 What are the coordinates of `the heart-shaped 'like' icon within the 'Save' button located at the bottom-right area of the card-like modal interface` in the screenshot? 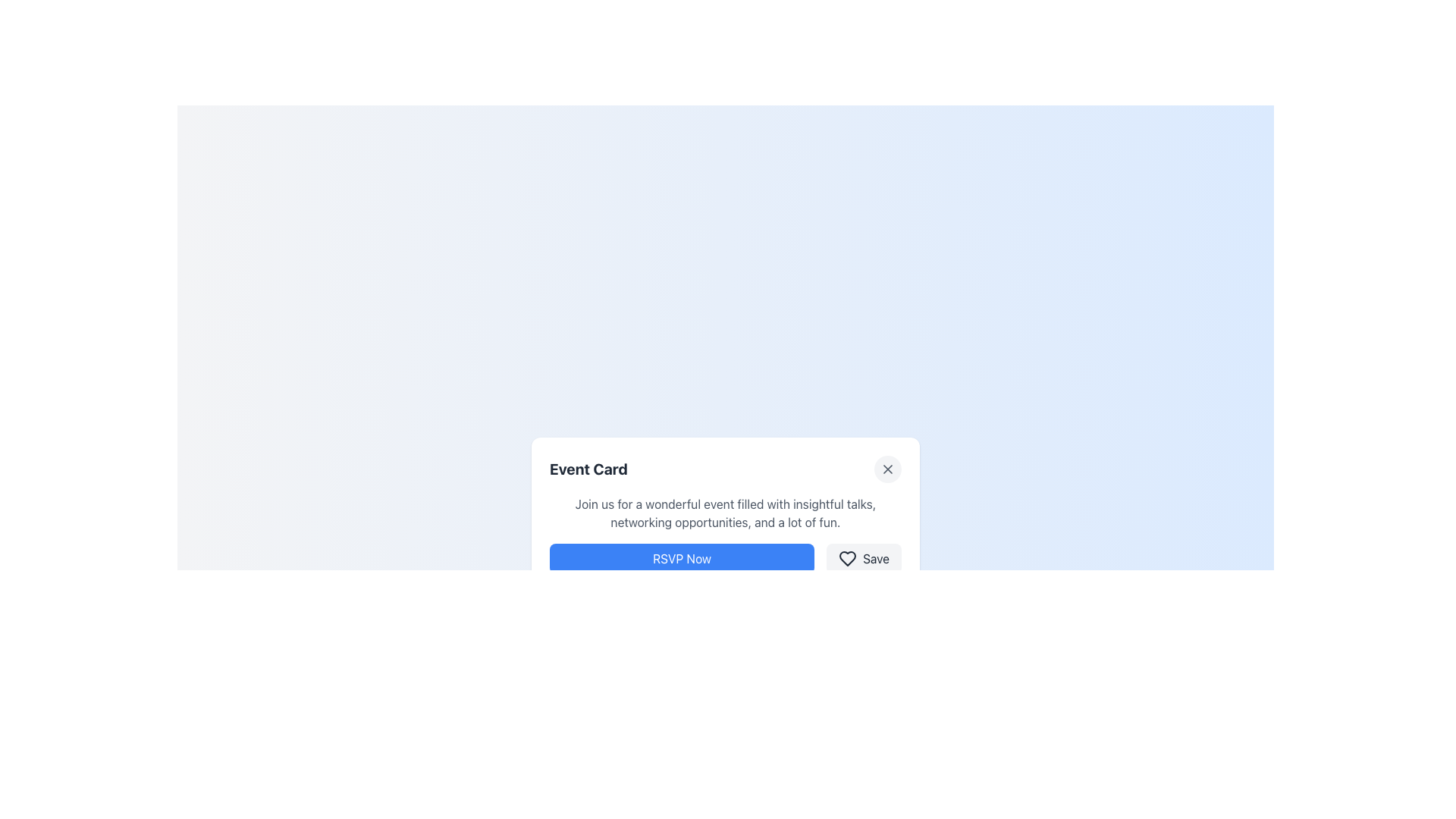 It's located at (847, 558).